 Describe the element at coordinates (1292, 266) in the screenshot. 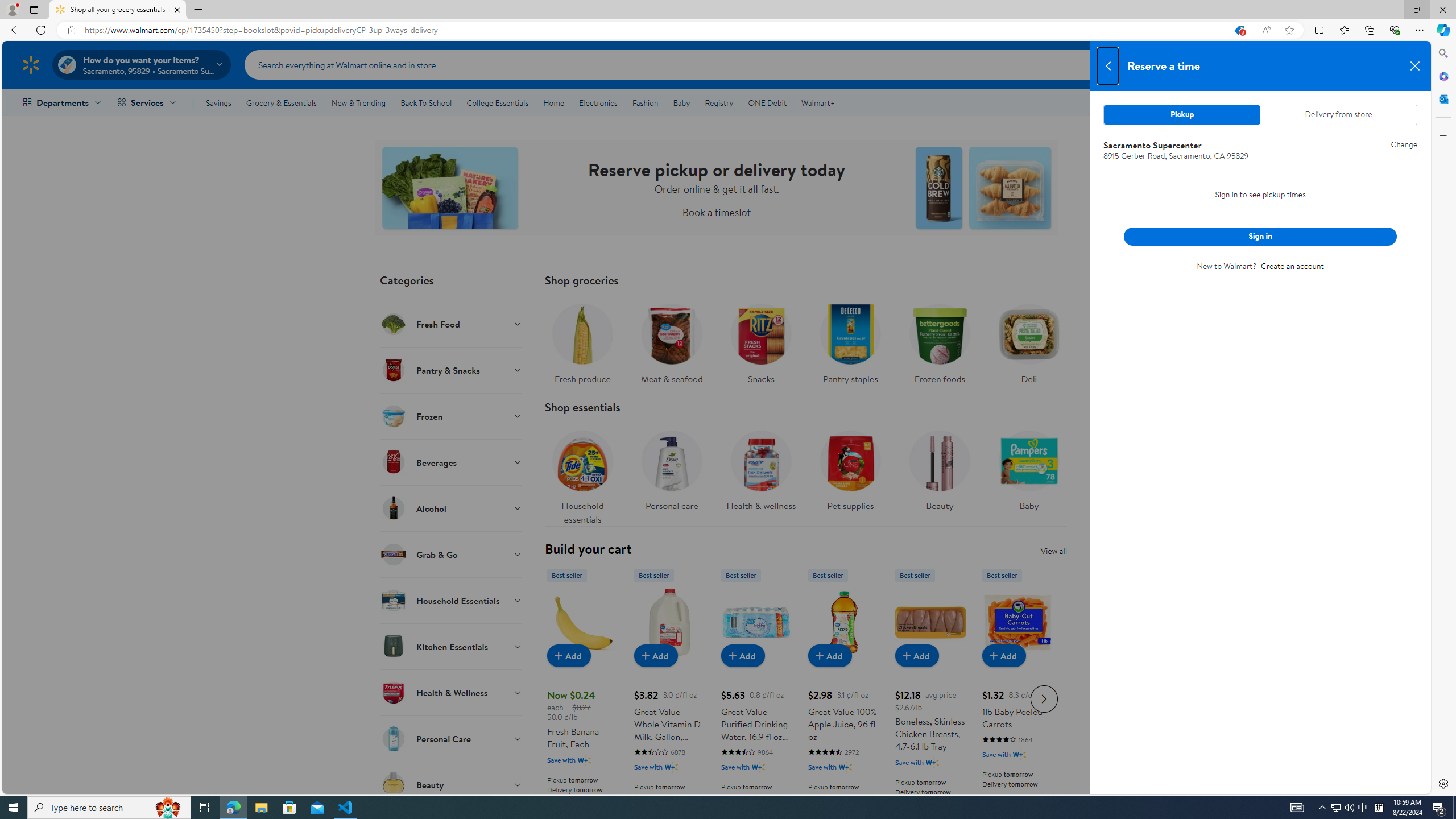

I see `'Create an account'` at that location.